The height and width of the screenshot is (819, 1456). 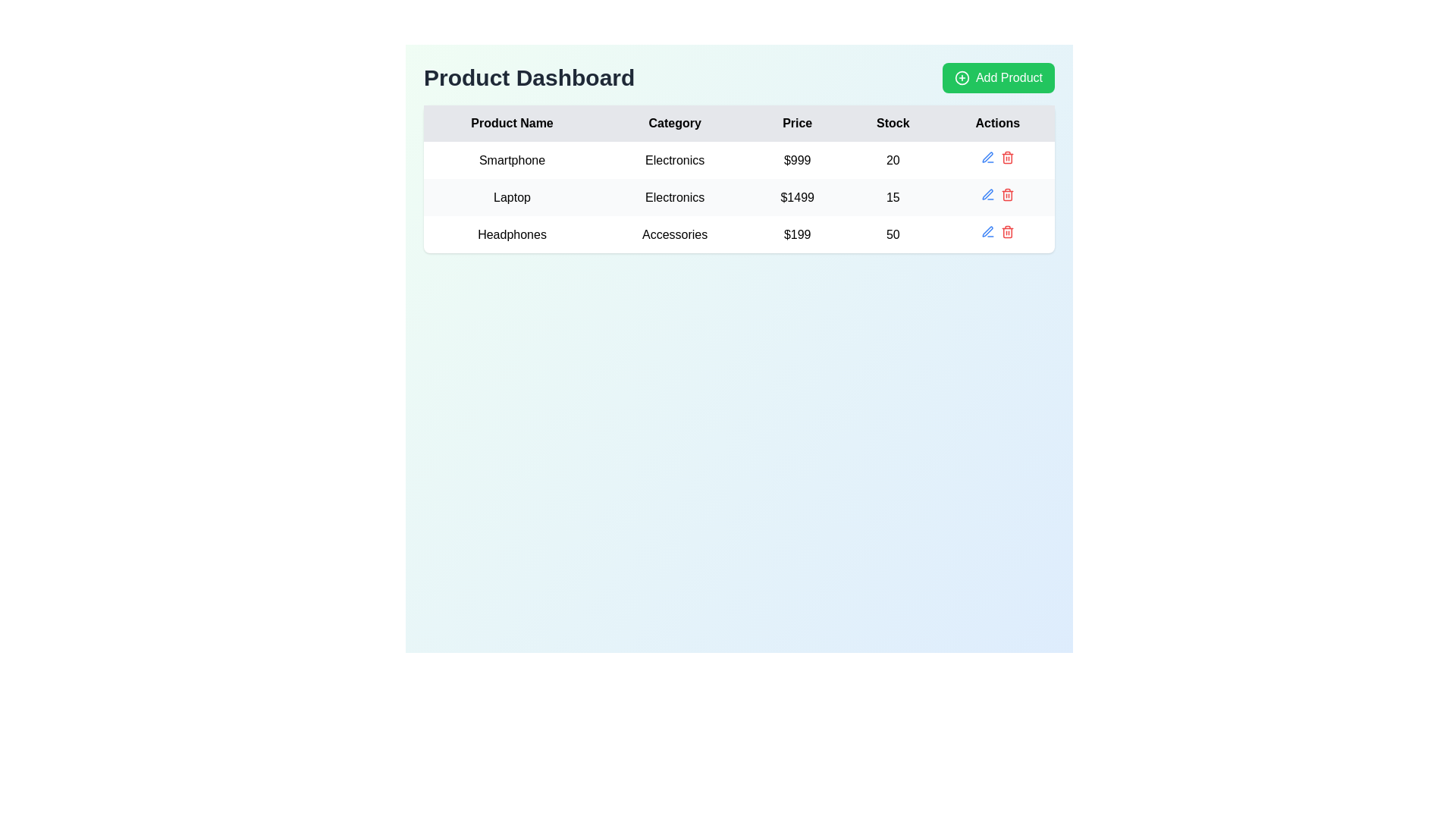 I want to click on the 'Stock' column header in the data table, which is the fourth header, positioned between 'Price' and 'Actions', so click(x=893, y=122).